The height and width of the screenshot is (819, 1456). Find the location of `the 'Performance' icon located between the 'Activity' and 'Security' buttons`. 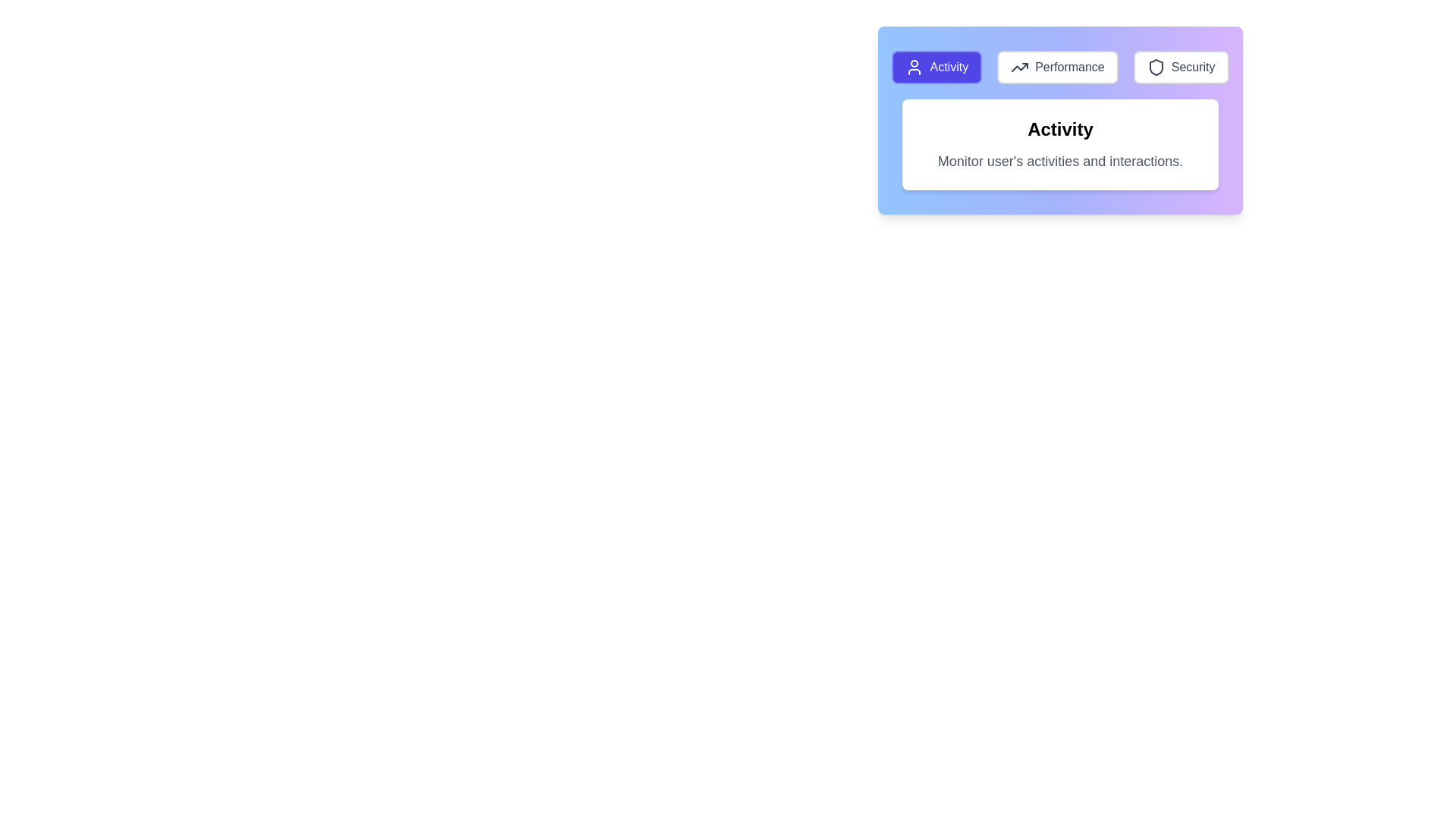

the 'Performance' icon located between the 'Activity' and 'Security' buttons is located at coordinates (1020, 66).